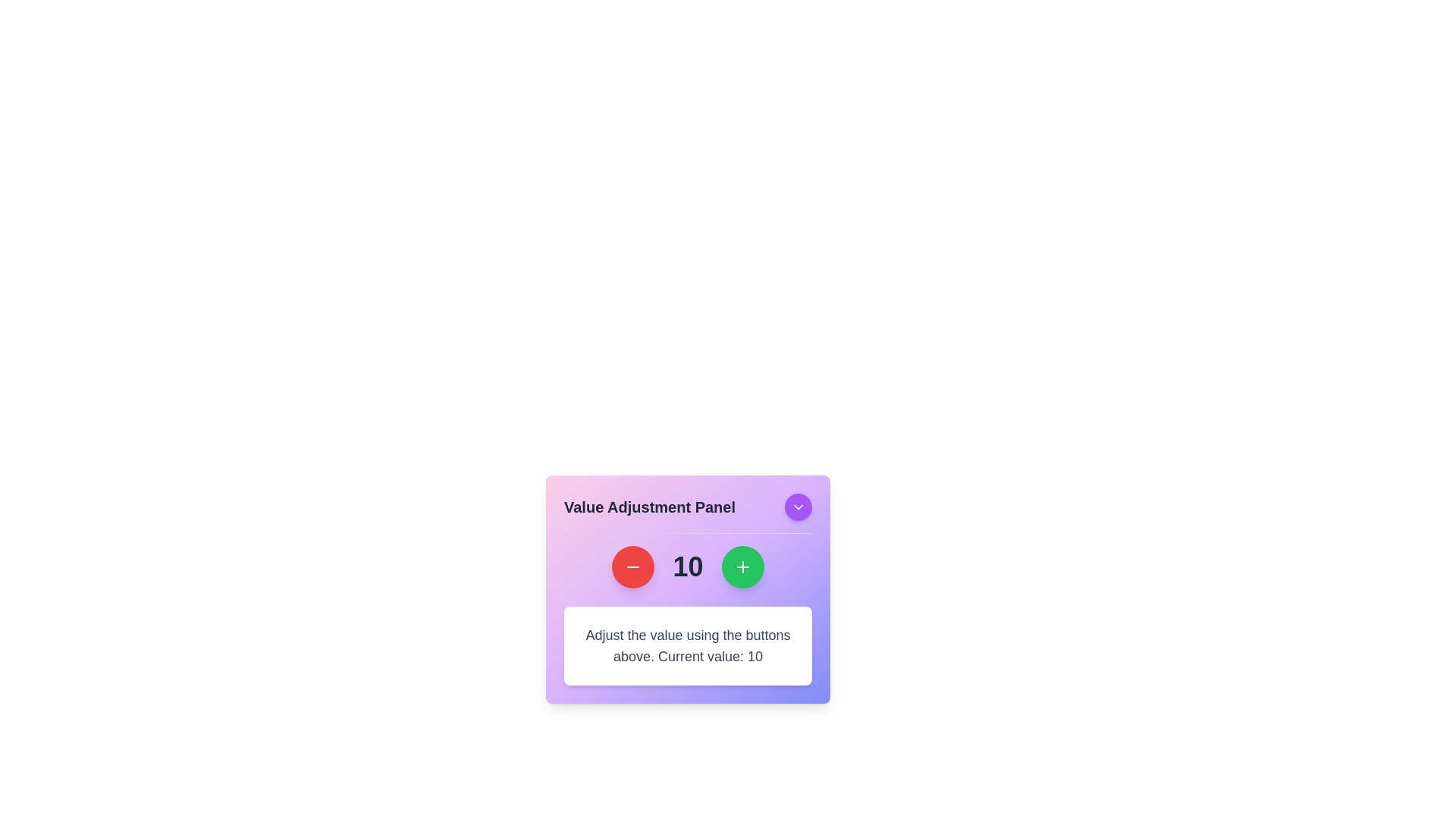 This screenshot has height=819, width=1456. Describe the element at coordinates (687, 646) in the screenshot. I see `the text block with a white background and rounded edges that contains the message 'Adjust the value using the buttons above. Current value: 10'` at that location.